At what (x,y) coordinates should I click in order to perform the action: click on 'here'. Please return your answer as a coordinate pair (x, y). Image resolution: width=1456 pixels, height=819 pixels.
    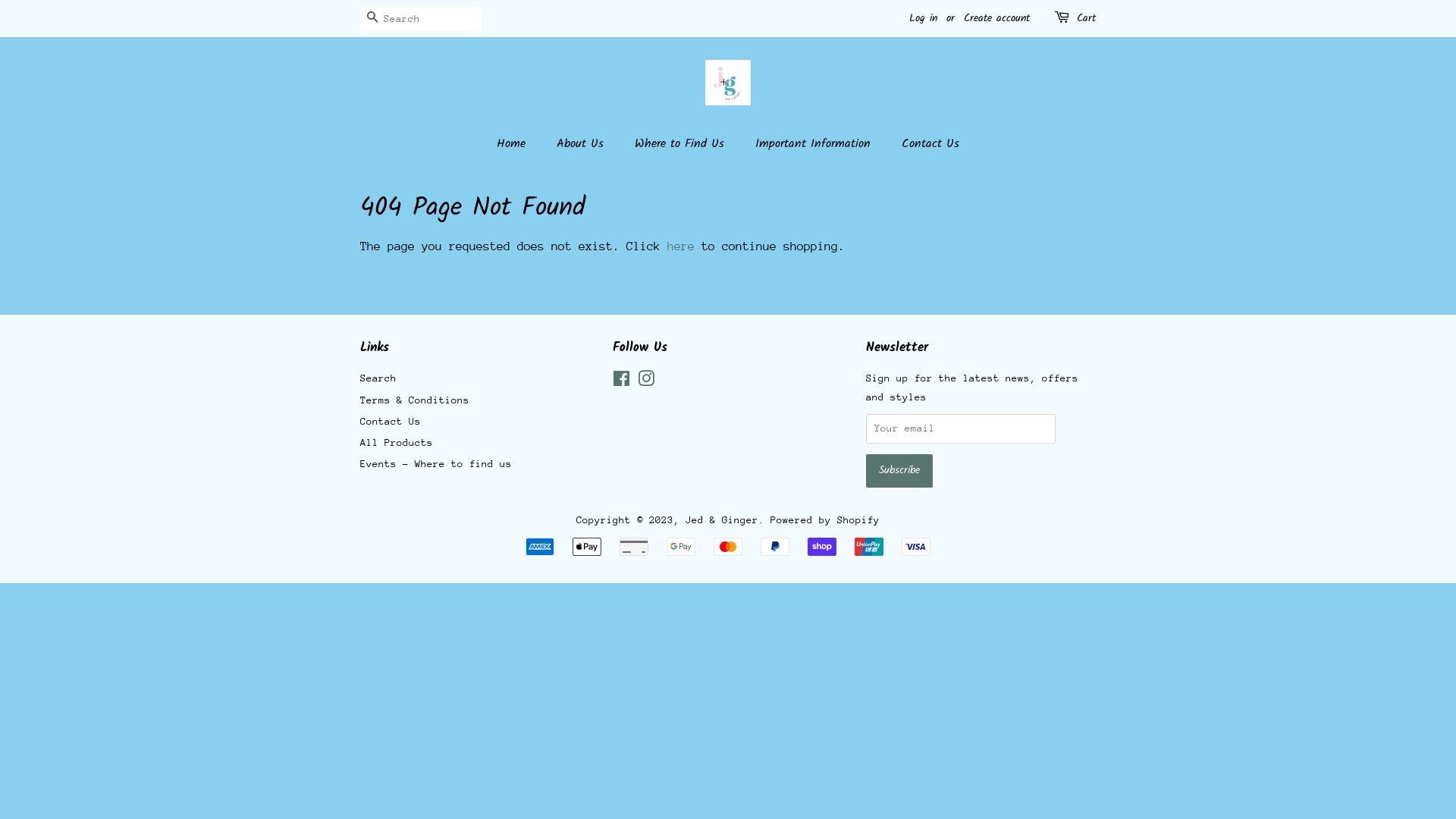
    Looking at the image, I should click on (679, 245).